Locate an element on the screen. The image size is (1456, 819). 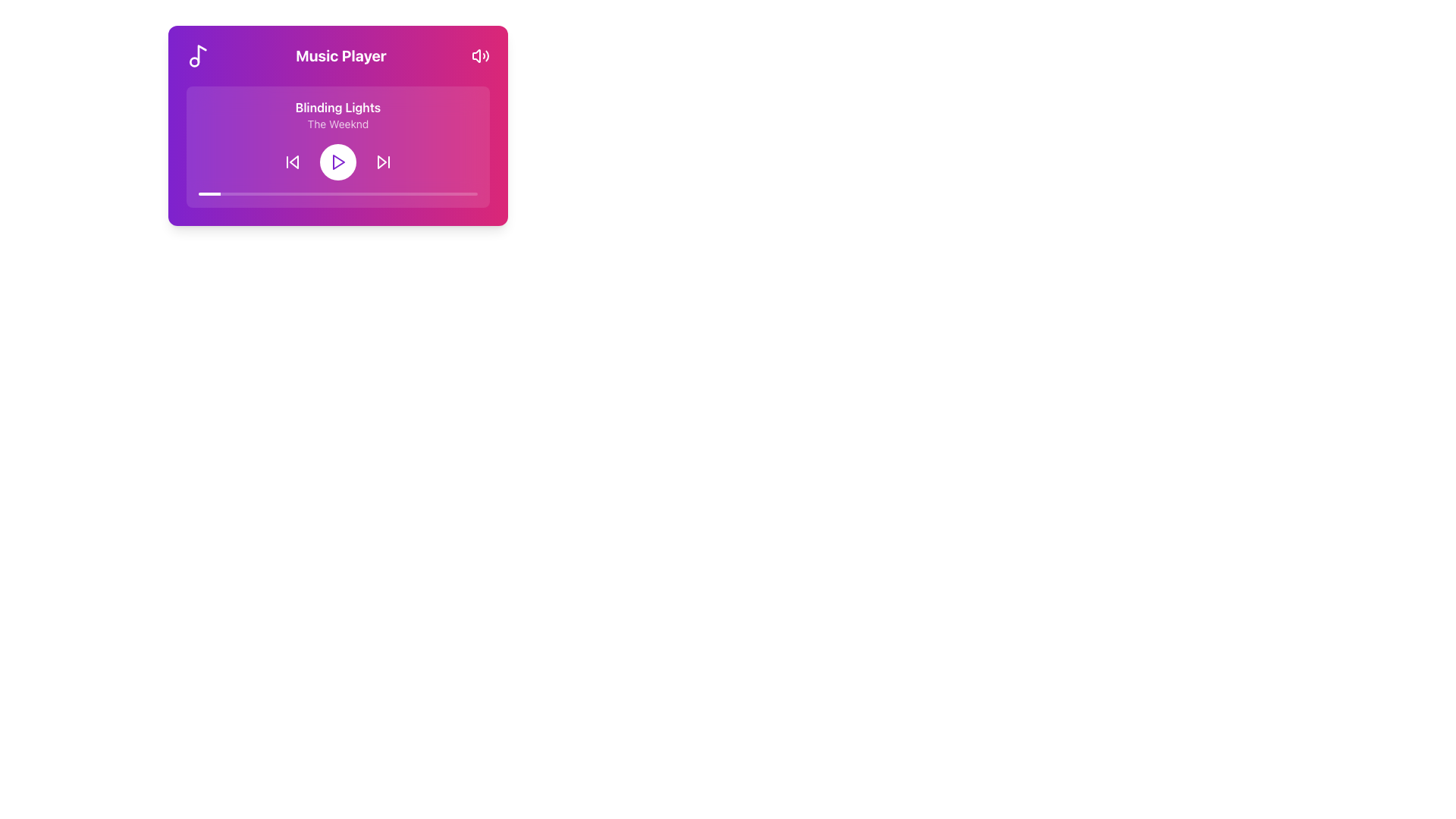
the small musical note icon located in the top-left corner of the 'Music Player' interface, adjacent to the title text 'Music Player' is located at coordinates (198, 55).